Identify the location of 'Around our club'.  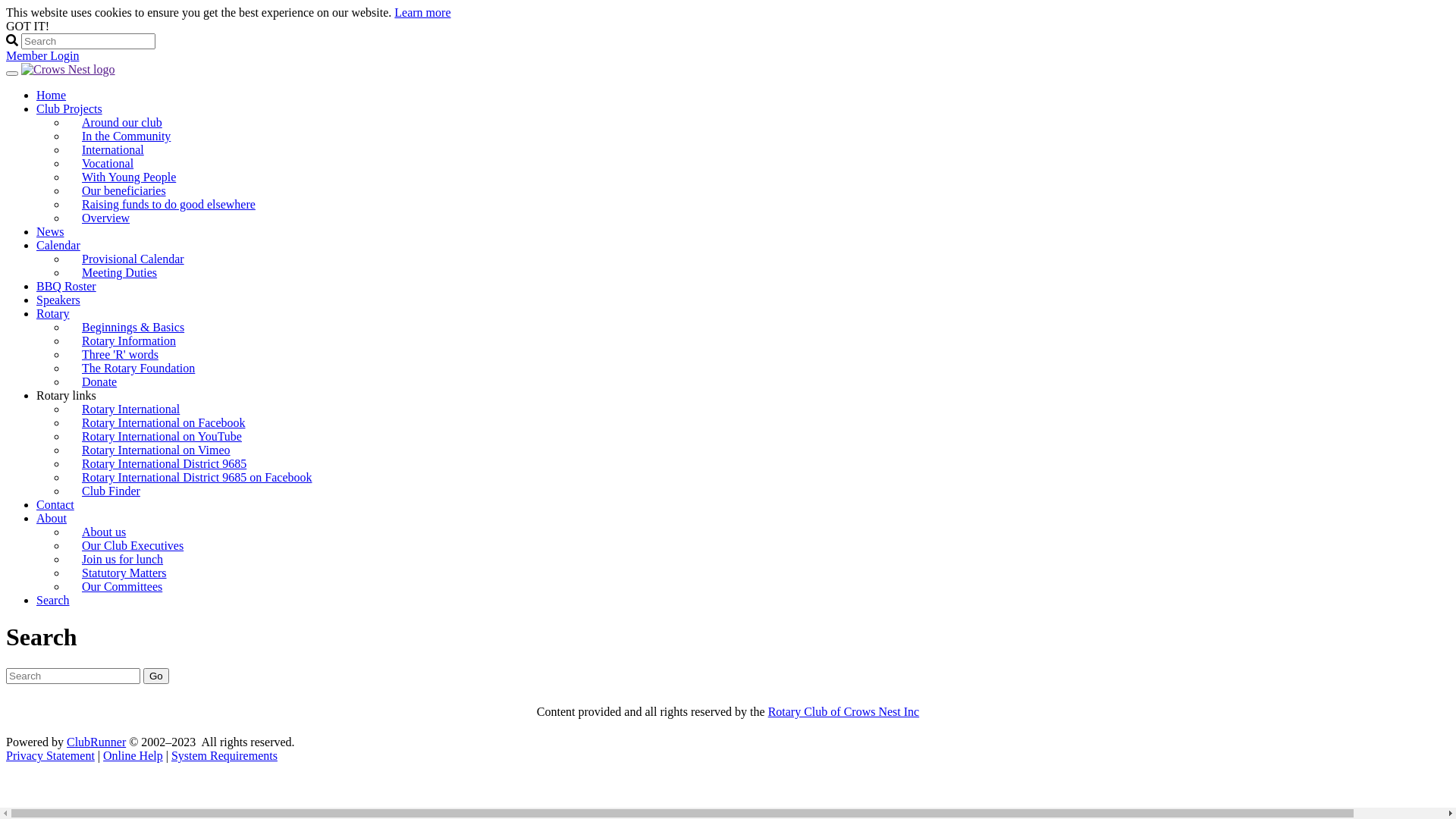
(122, 121).